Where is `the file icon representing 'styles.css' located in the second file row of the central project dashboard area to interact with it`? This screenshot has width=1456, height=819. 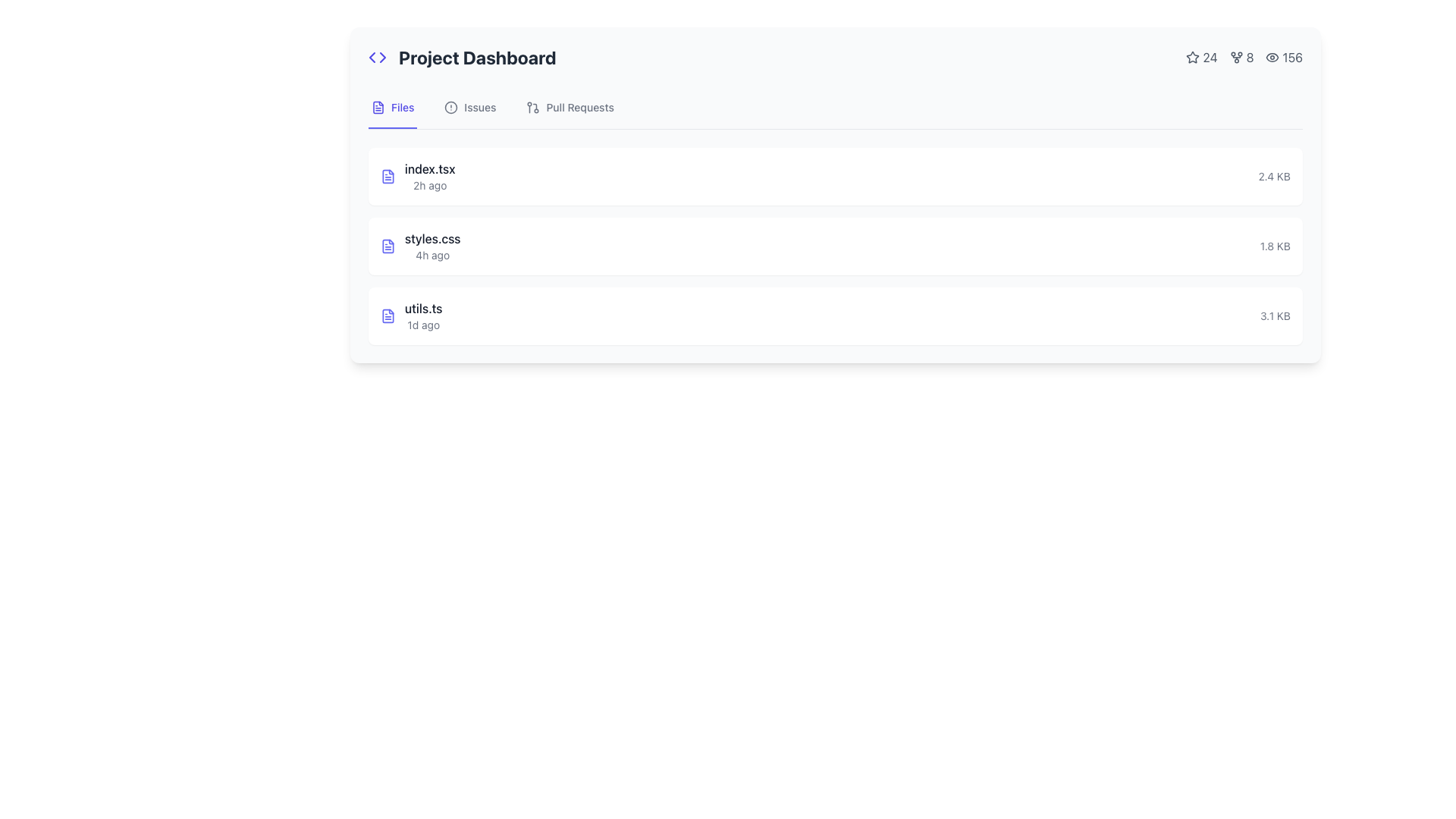 the file icon representing 'styles.css' located in the second file row of the central project dashboard area to interact with it is located at coordinates (388, 245).